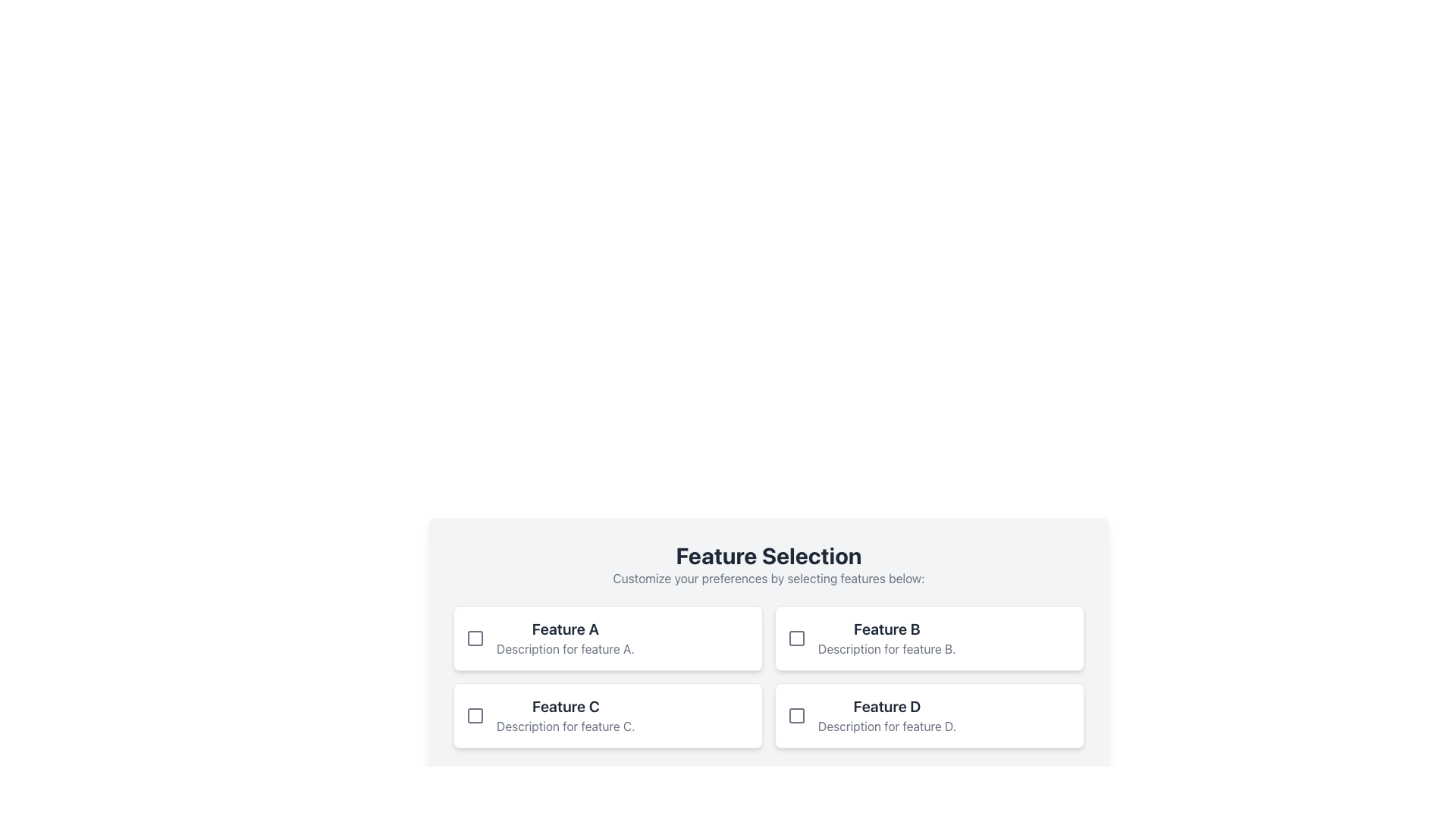  Describe the element at coordinates (475, 638) in the screenshot. I see `the checkbox for 'Feature A'` at that location.